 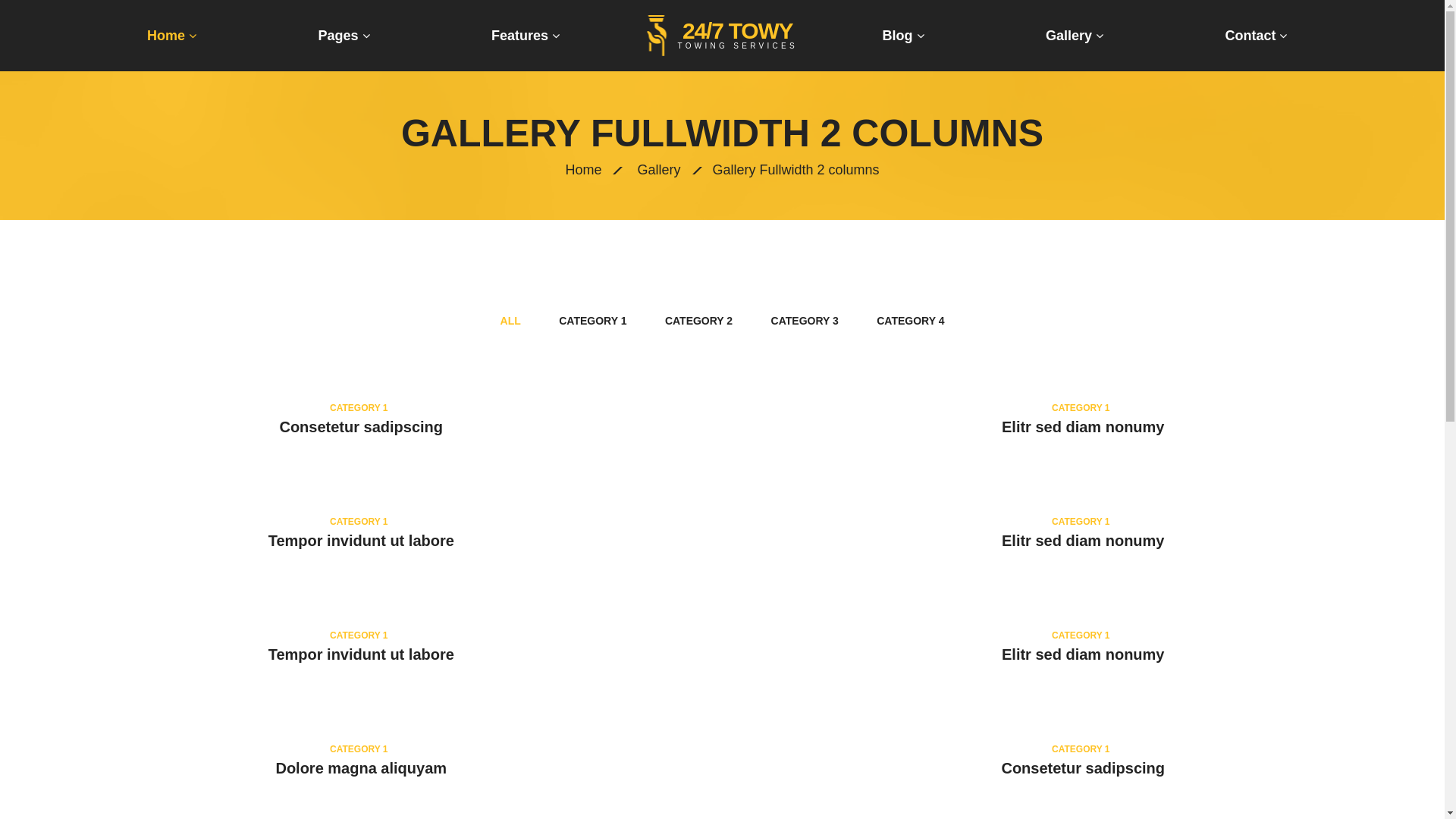 What do you see at coordinates (359, 768) in the screenshot?
I see `'Dolore magna aliquyam'` at bounding box center [359, 768].